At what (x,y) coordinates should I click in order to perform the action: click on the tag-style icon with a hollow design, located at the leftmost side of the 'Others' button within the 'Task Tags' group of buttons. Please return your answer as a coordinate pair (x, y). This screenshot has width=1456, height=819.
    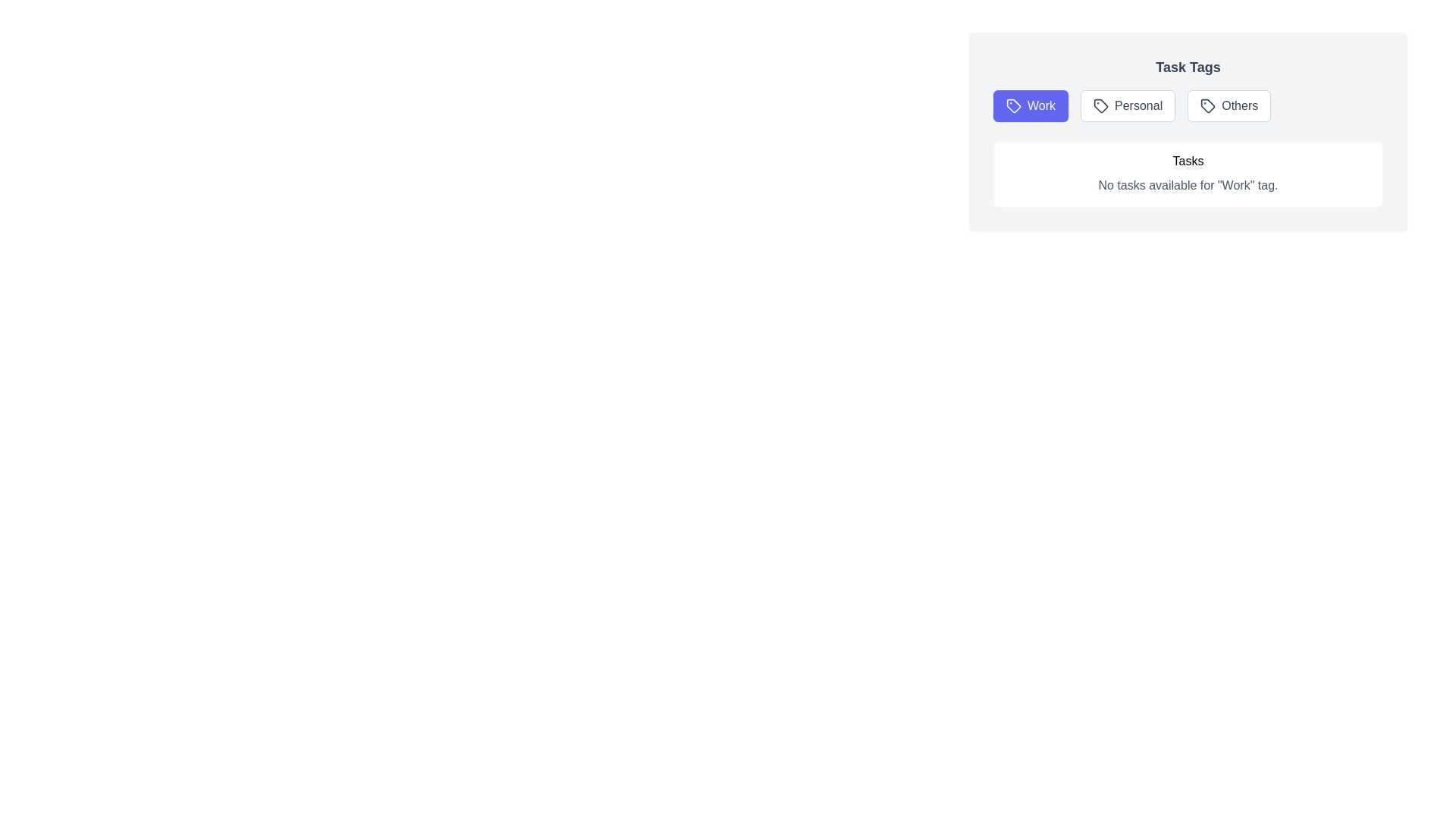
    Looking at the image, I should click on (1207, 105).